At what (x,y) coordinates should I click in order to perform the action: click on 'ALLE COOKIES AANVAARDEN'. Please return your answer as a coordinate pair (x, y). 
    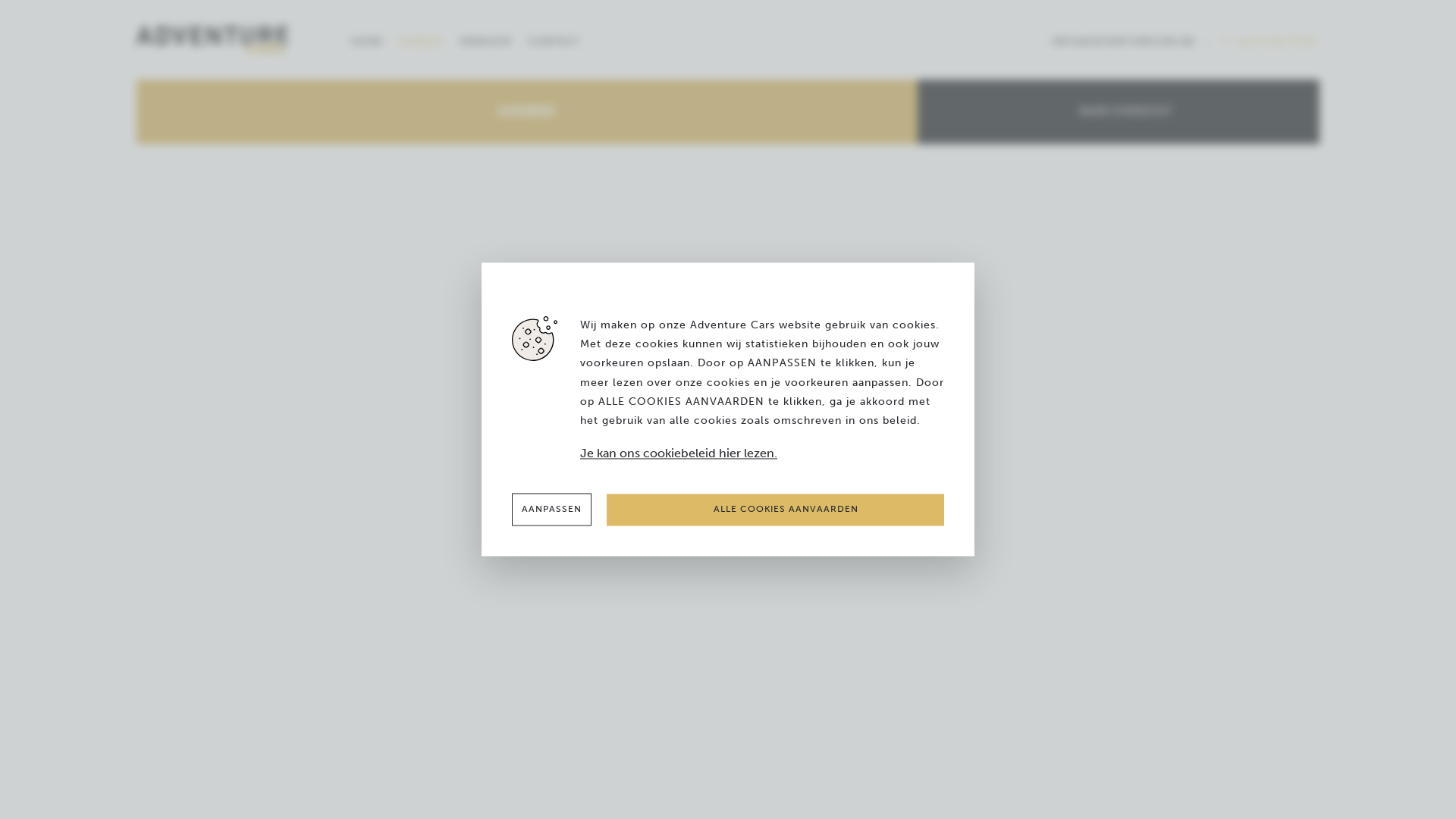
    Looking at the image, I should click on (607, 509).